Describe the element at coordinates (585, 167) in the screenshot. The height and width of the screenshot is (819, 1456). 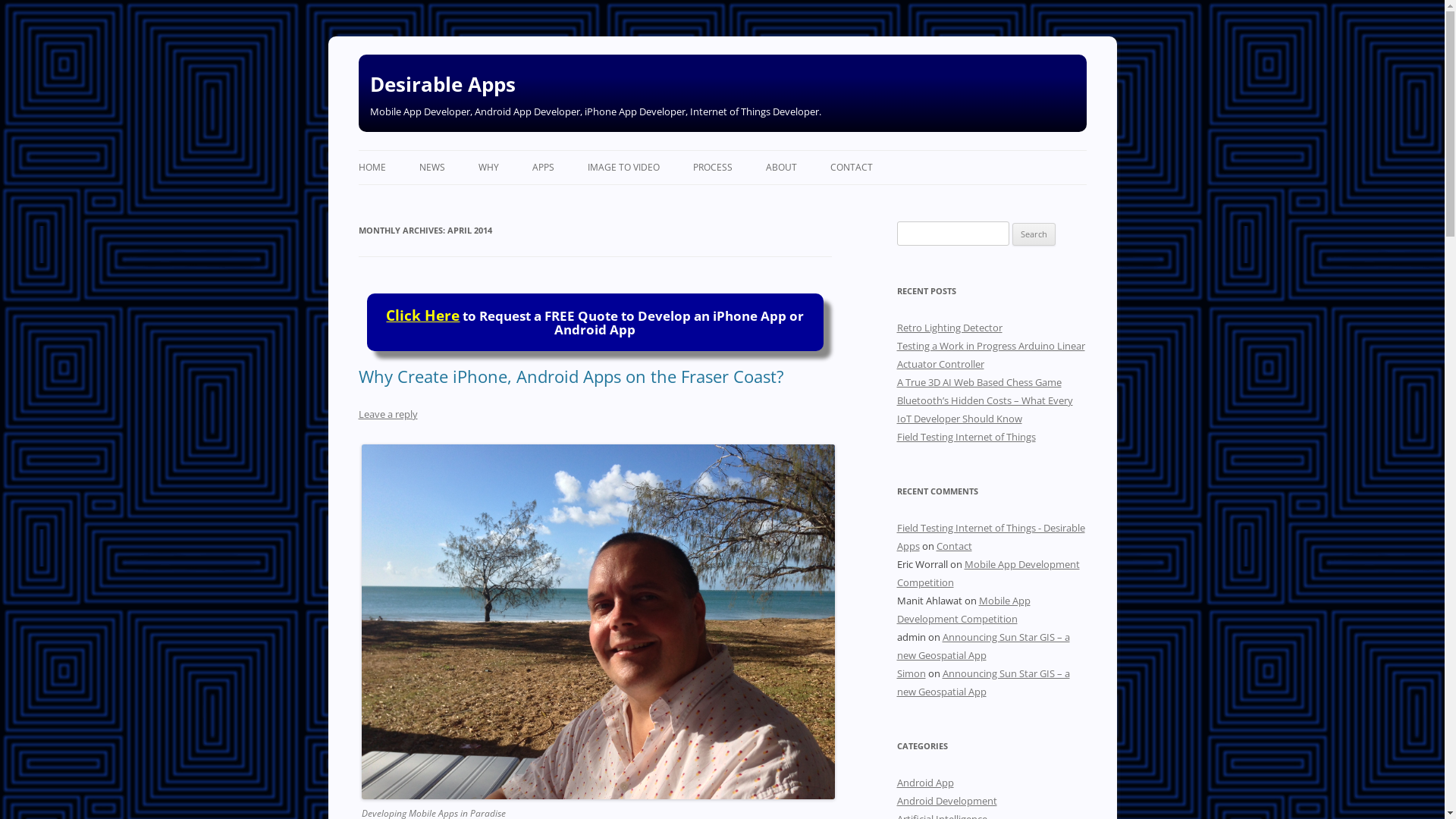
I see `'IMAGE TO VIDEO'` at that location.